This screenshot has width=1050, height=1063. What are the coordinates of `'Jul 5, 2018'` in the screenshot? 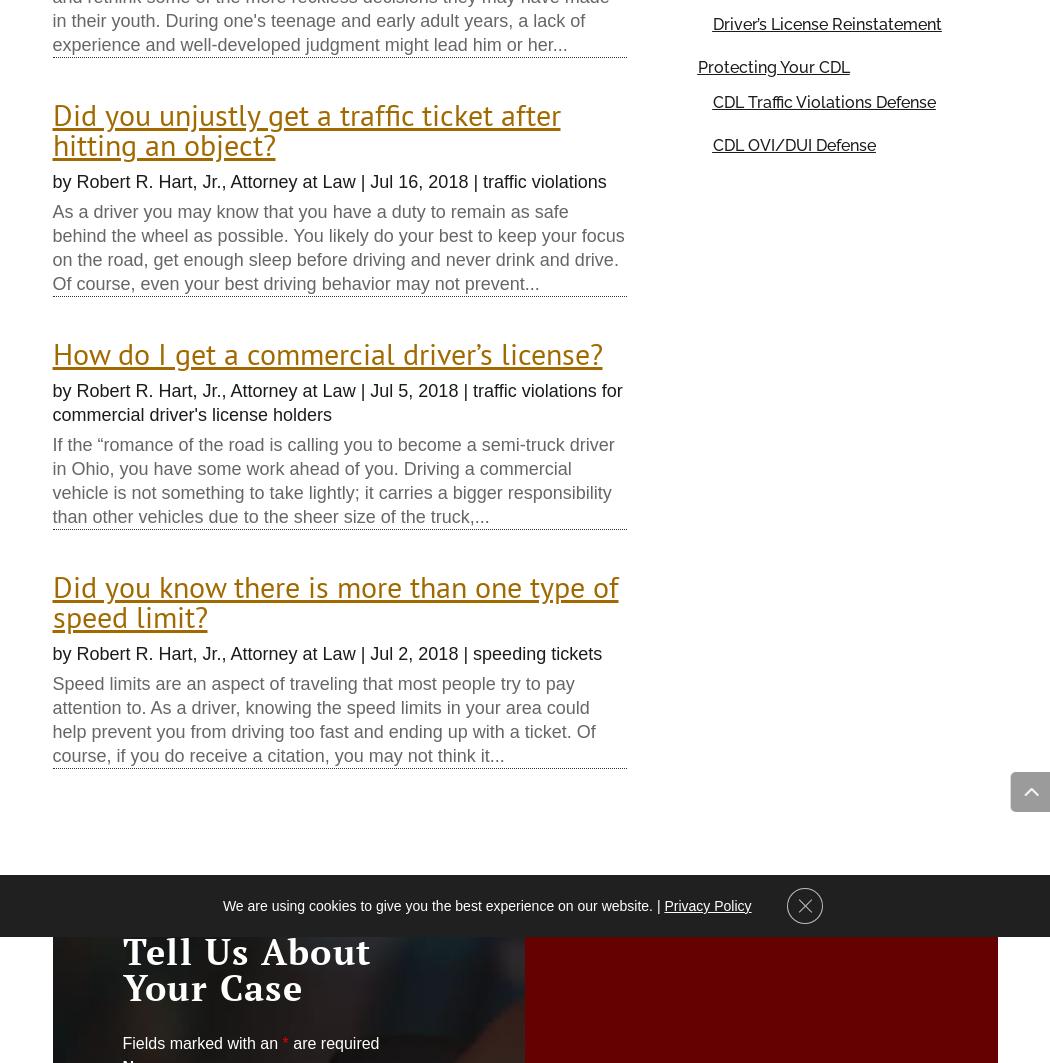 It's located at (413, 390).